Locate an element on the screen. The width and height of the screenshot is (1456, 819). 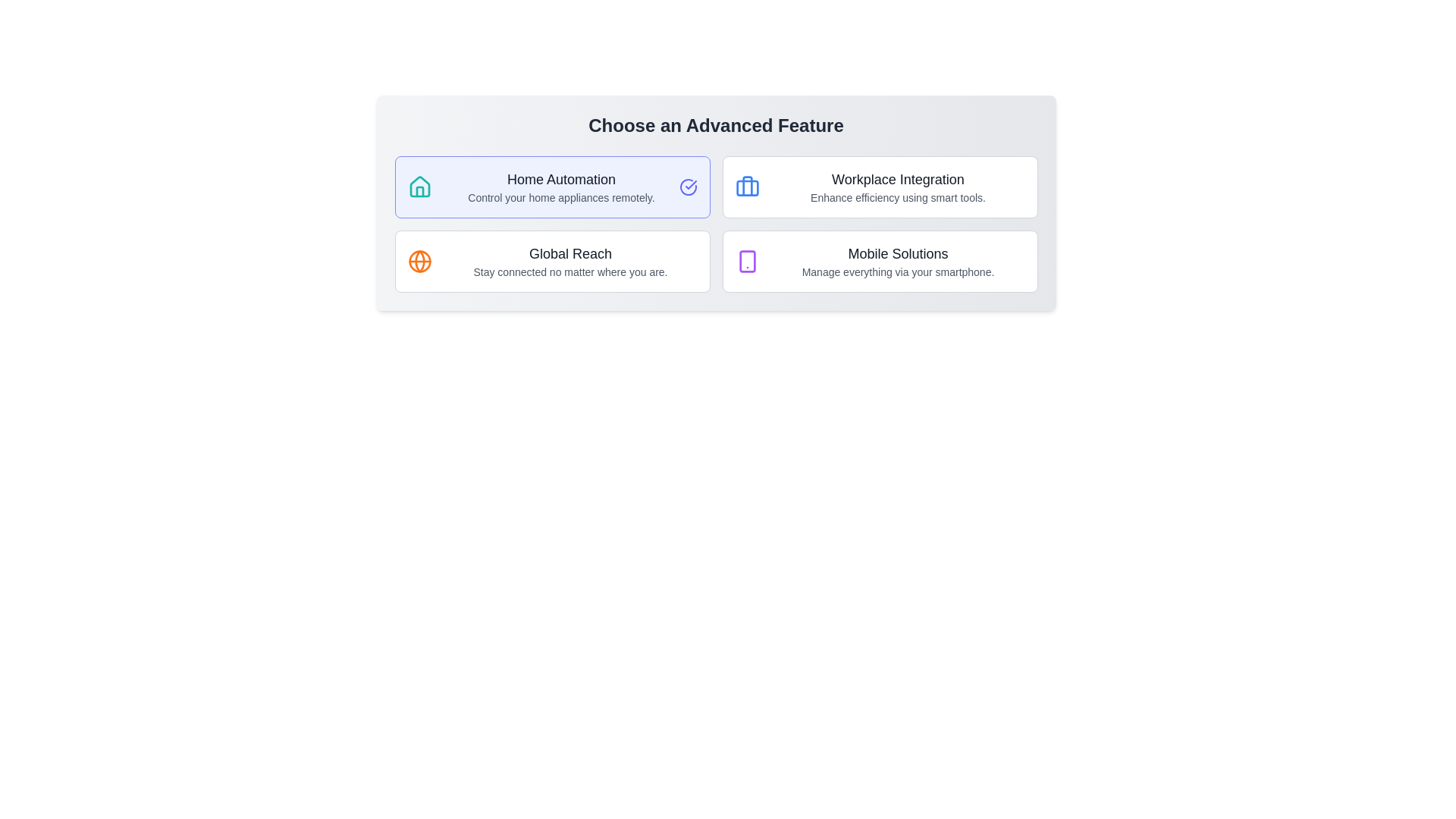
the text label at the top center of the card located in the top right quadrant of the grid, which indicates the theme or topic of the section is located at coordinates (898, 178).